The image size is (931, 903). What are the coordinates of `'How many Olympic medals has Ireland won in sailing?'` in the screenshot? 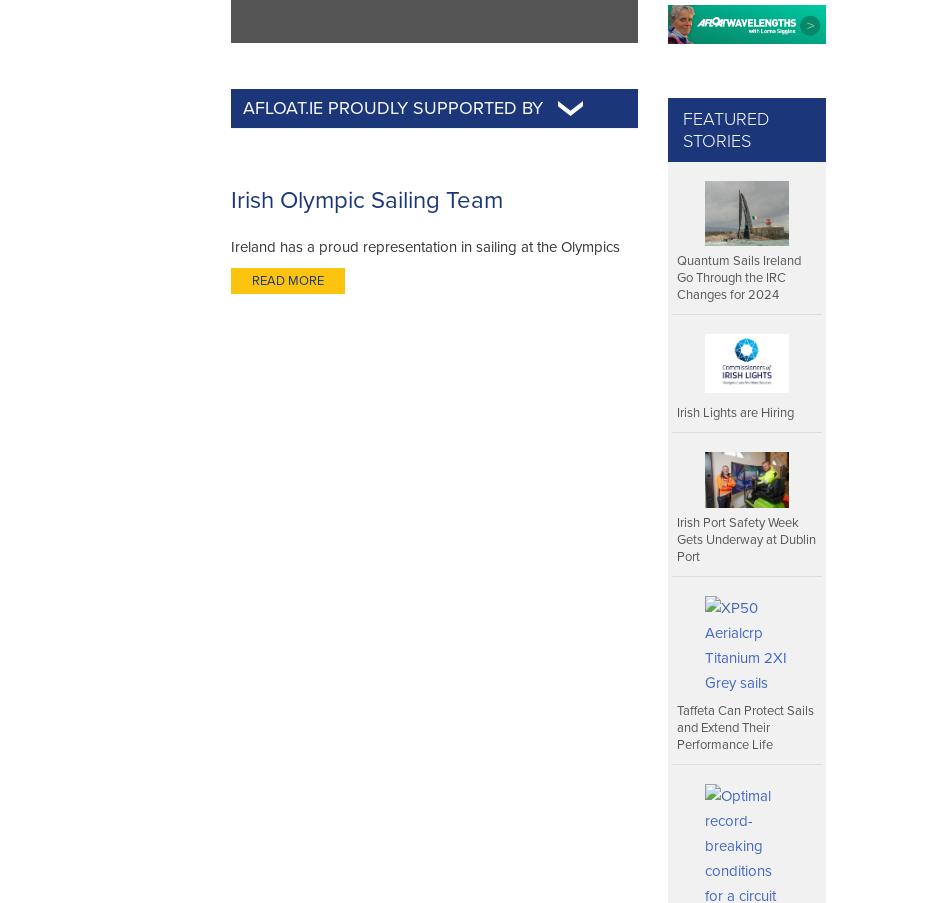 It's located at (245, 816).